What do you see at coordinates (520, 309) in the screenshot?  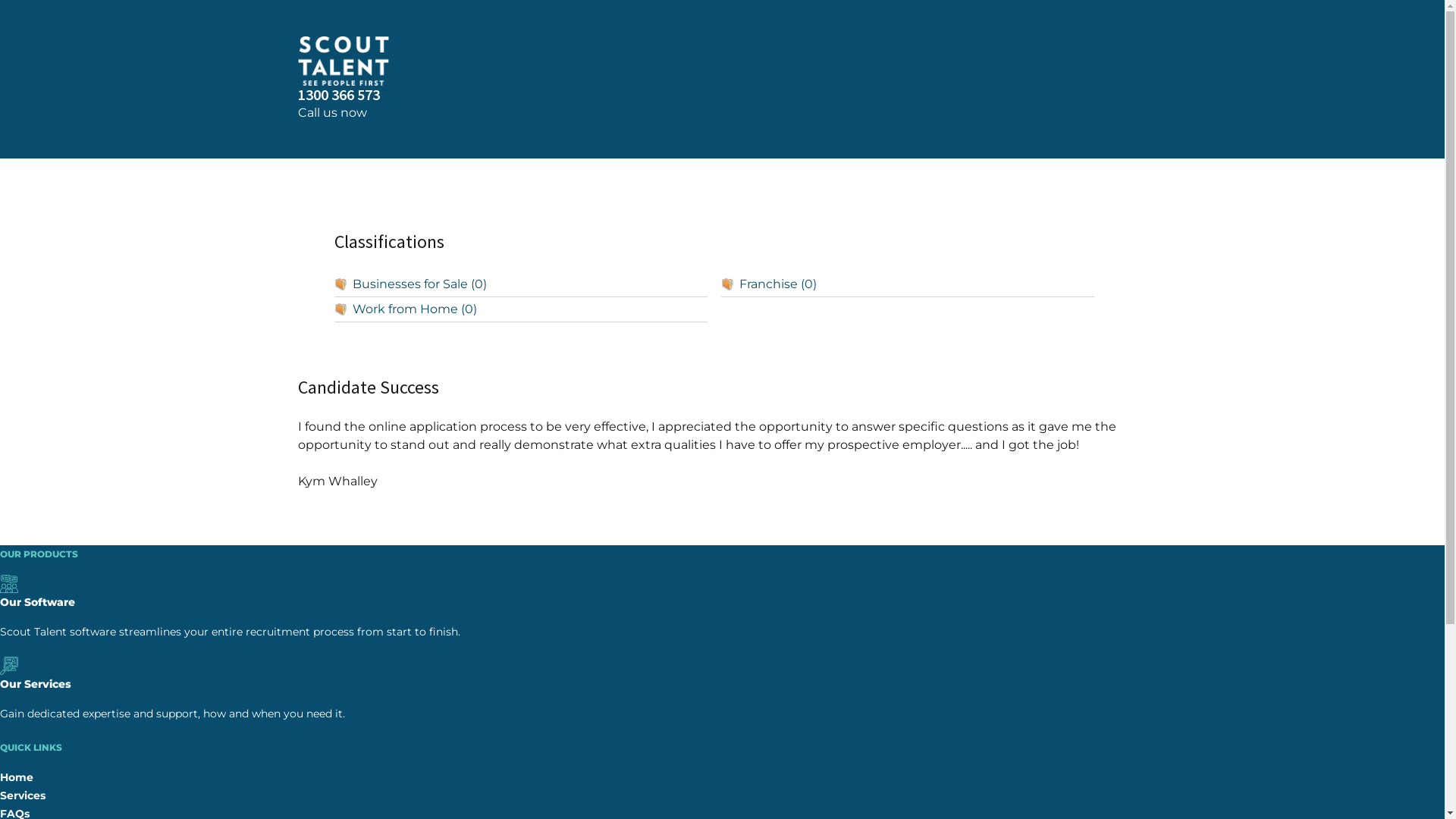 I see `'Work from Home (0)'` at bounding box center [520, 309].